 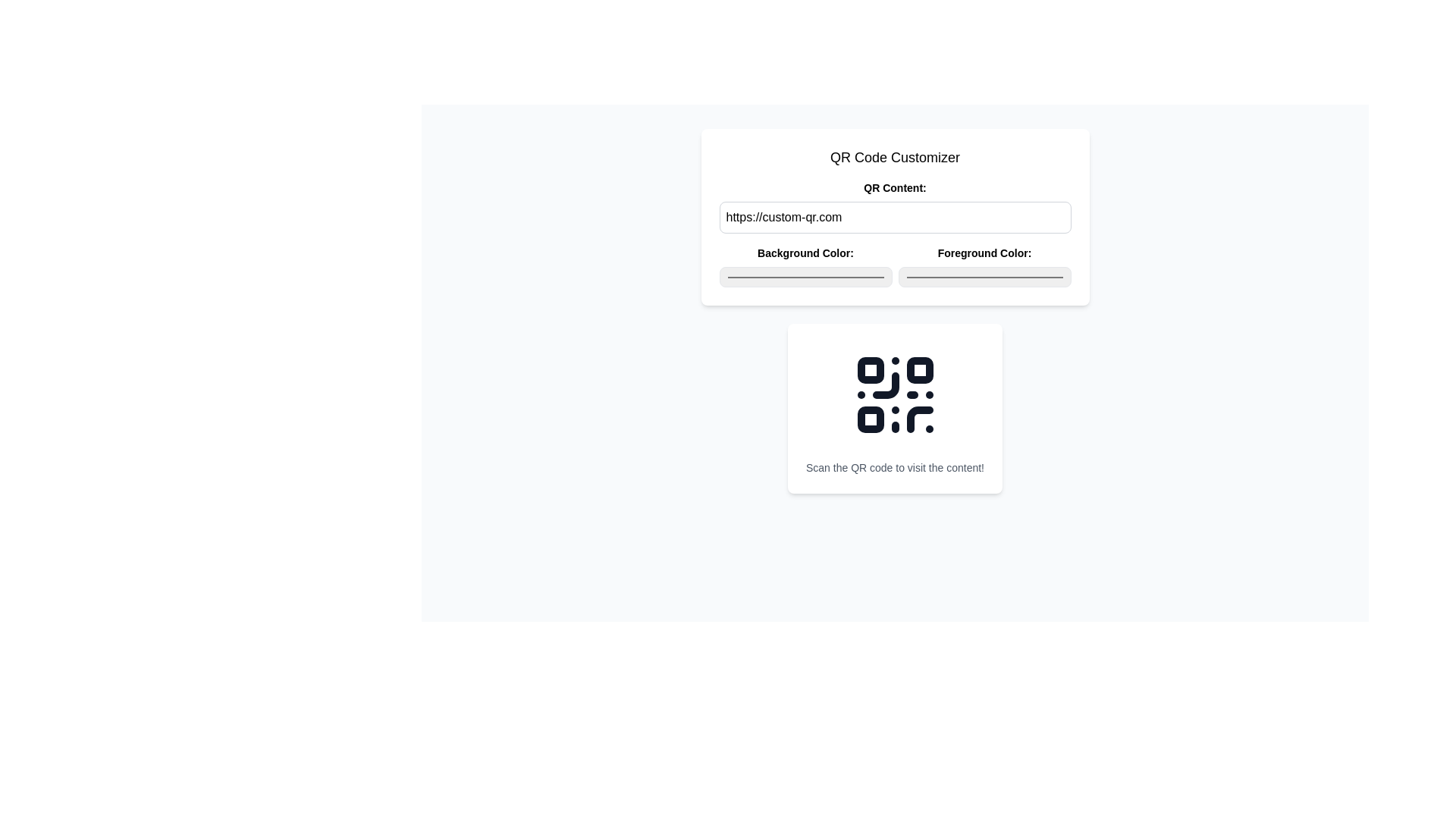 What do you see at coordinates (984, 253) in the screenshot?
I see `the 'Foreground Color:' label, which is a small, bold text label displayed in black, located in the upper section of the interface, to the right of the 'Background Color:' label` at bounding box center [984, 253].